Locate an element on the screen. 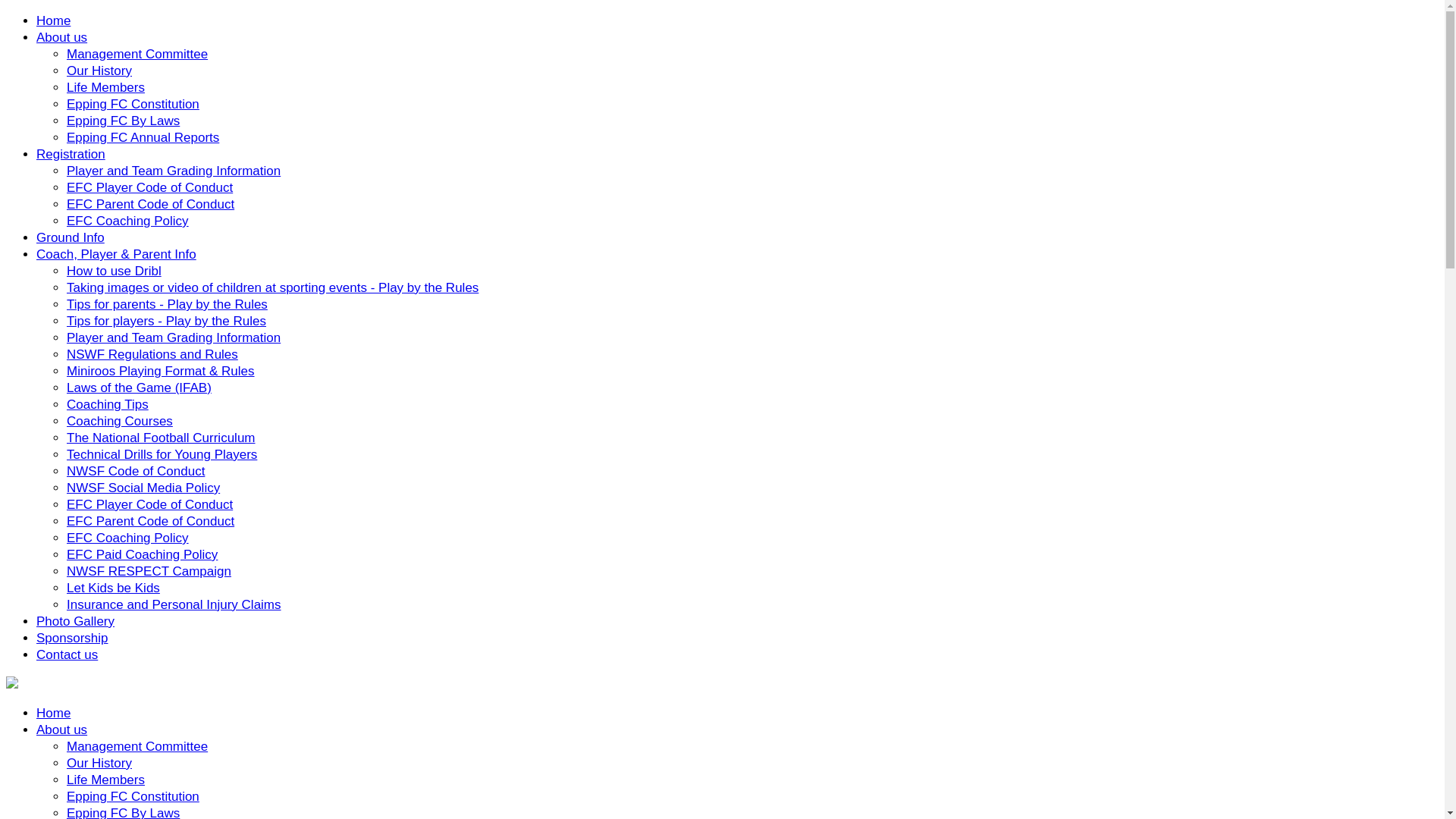  'Management Committee' is located at coordinates (137, 745).